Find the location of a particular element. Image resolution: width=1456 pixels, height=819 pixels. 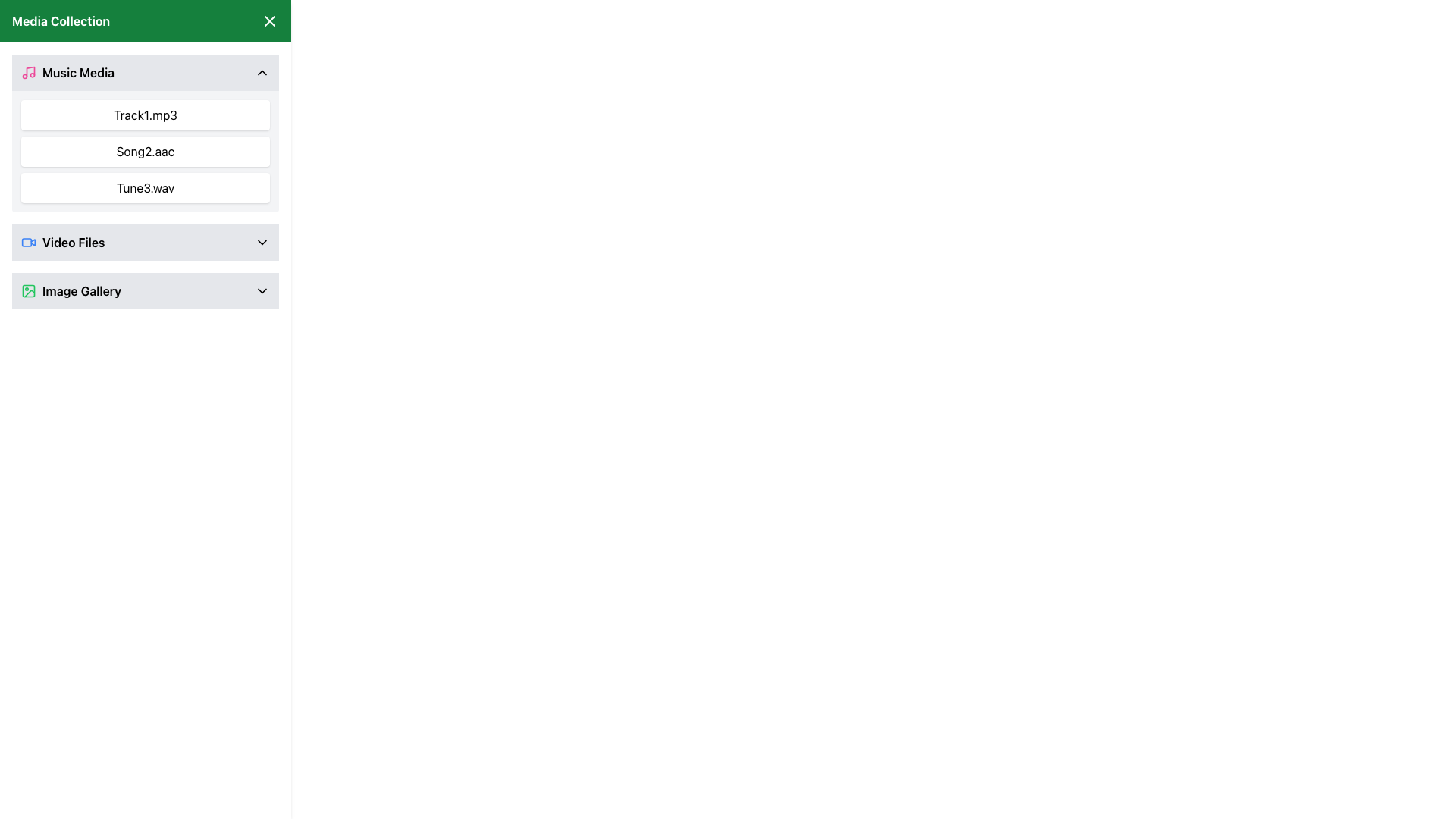

the 'Media Collection' heading element, which serves as a section identifier located at the top-left corner of the interface is located at coordinates (61, 20).